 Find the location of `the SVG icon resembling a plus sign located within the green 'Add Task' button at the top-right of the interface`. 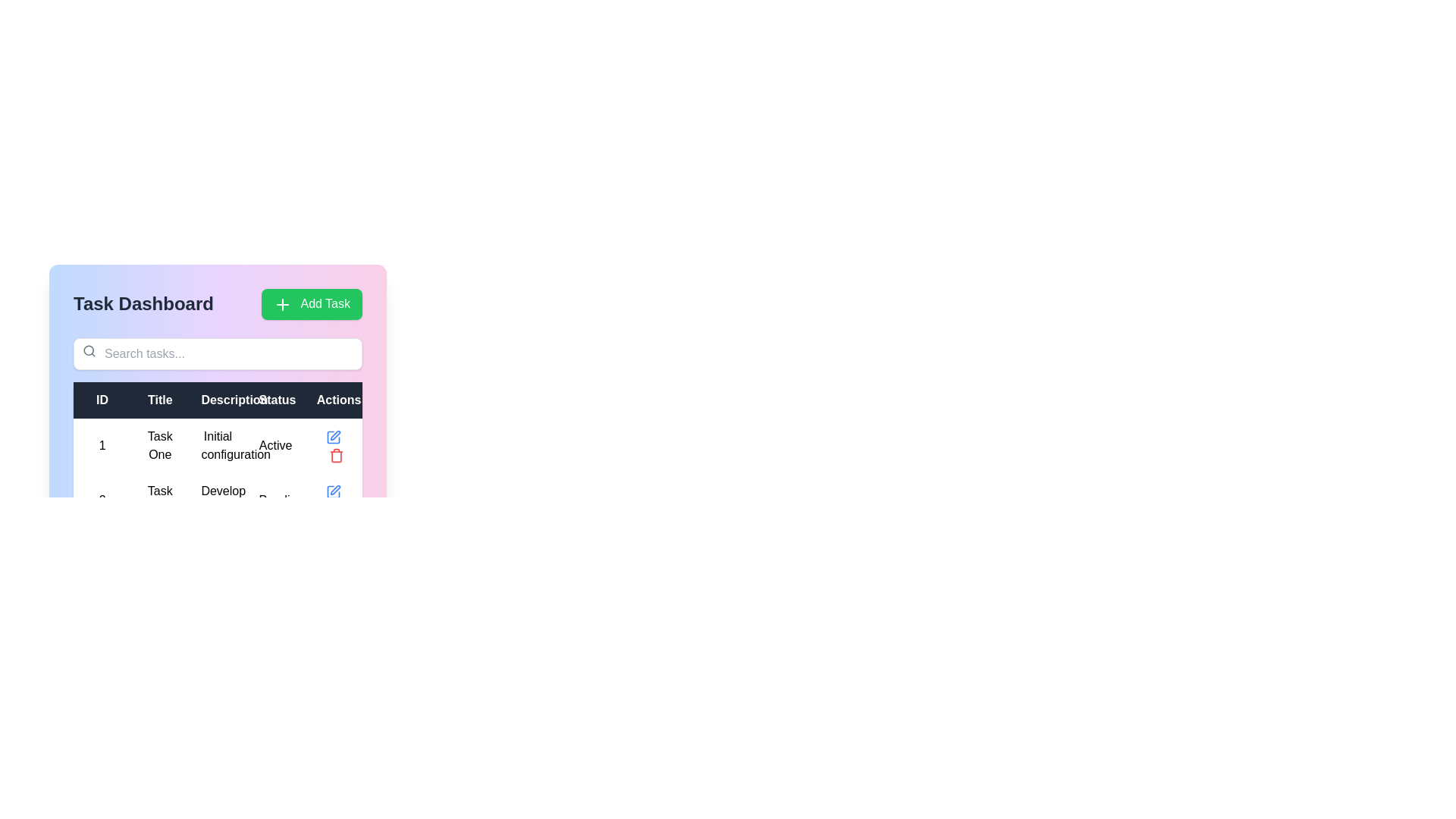

the SVG icon resembling a plus sign located within the green 'Add Task' button at the top-right of the interface is located at coordinates (282, 304).